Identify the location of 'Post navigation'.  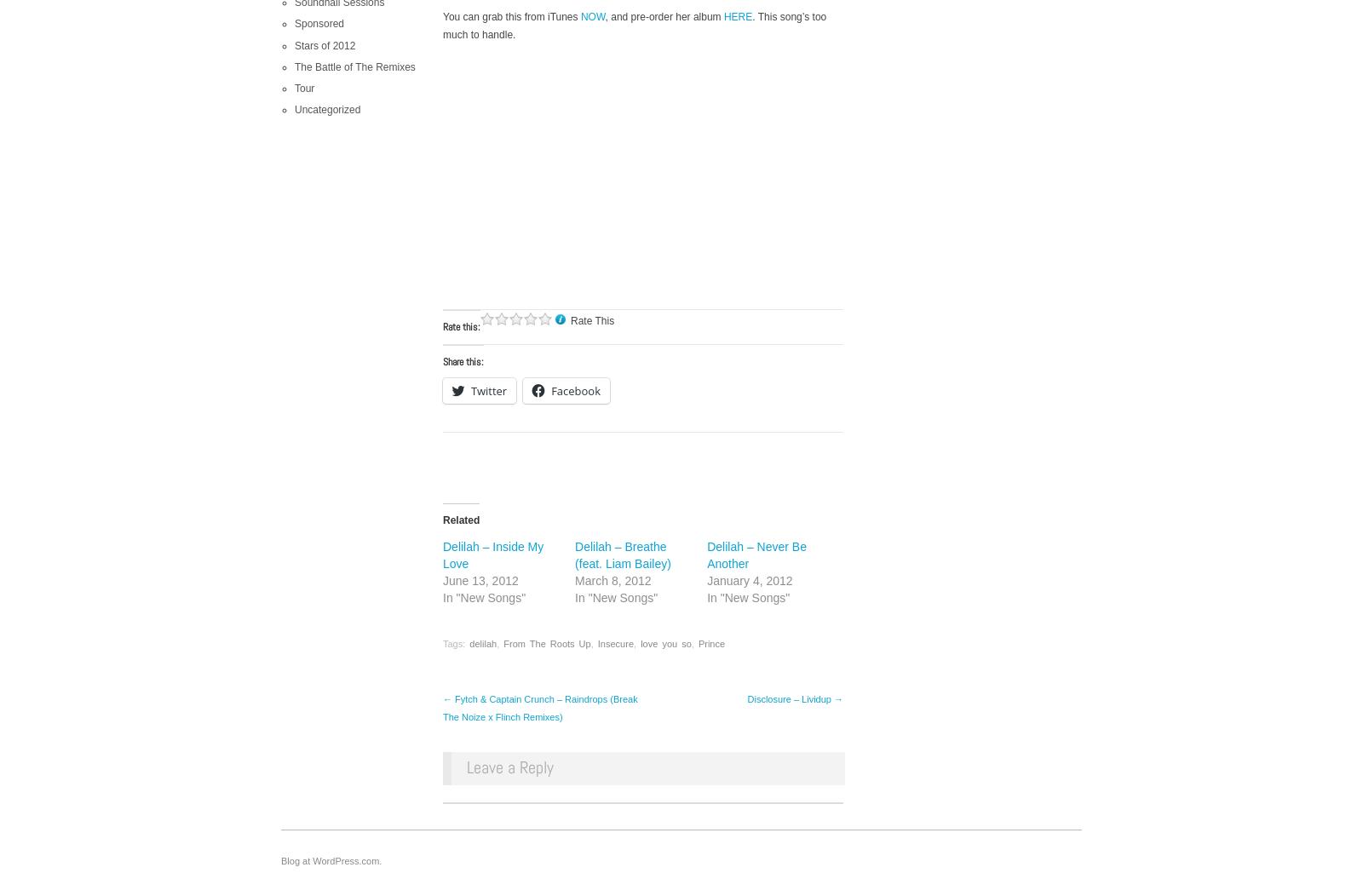
(442, 707).